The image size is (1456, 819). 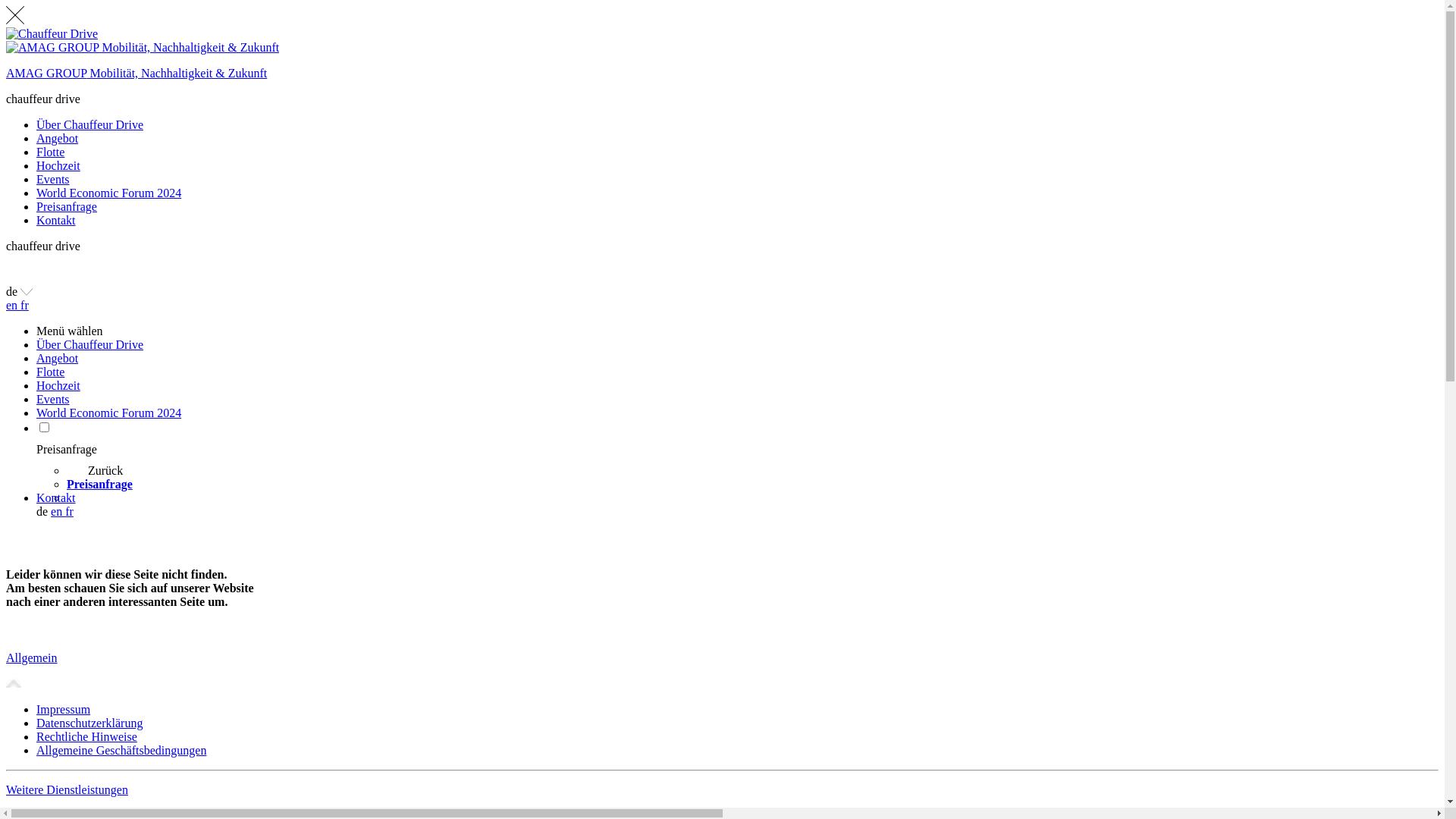 I want to click on 'Impressum', so click(x=36, y=709).